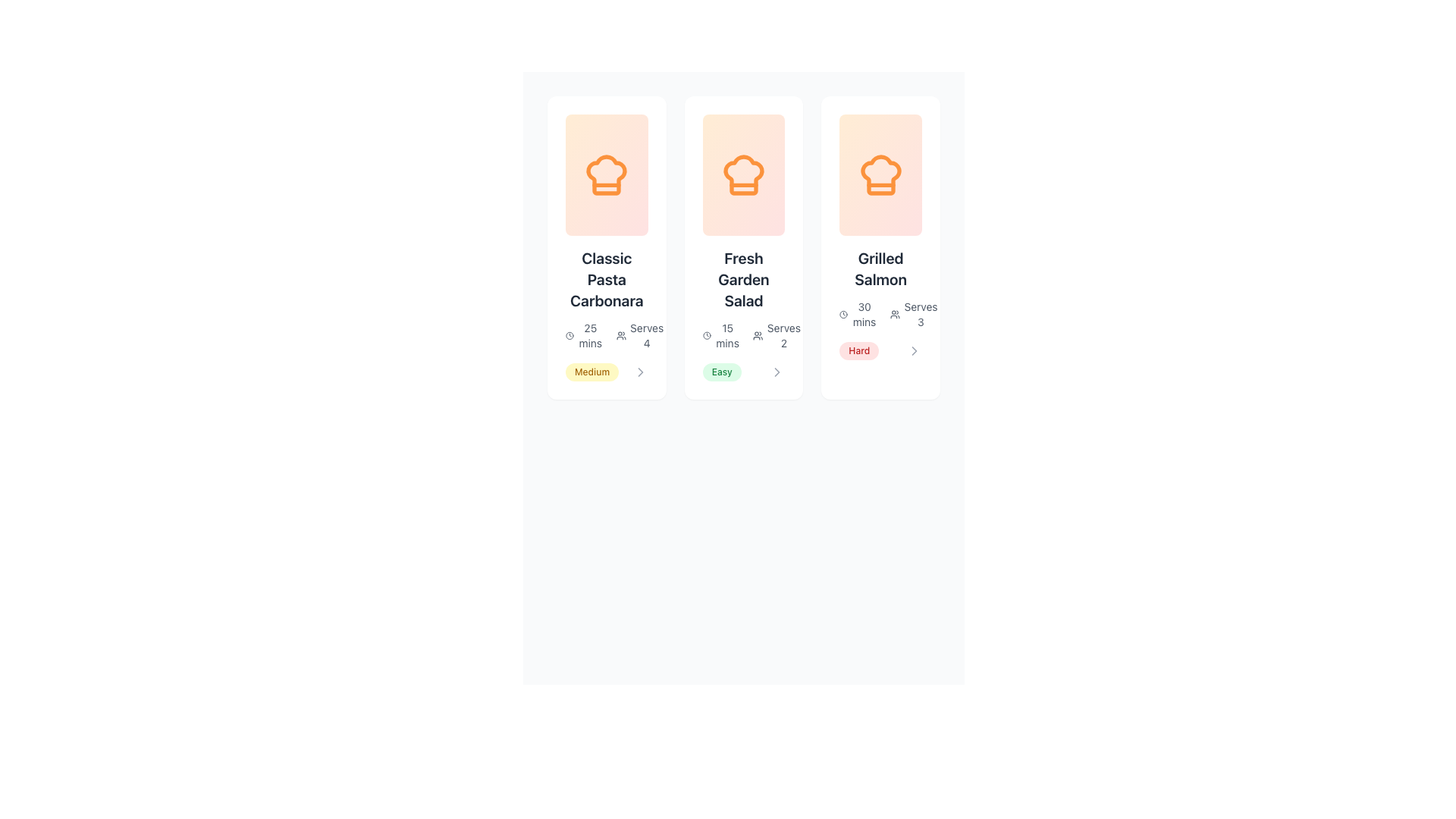  What do you see at coordinates (647, 335) in the screenshot?
I see `the text label displaying the serving size for the 'Classic Pasta Carbonara' recipe, located beside the time indicator ('25 mins')` at bounding box center [647, 335].